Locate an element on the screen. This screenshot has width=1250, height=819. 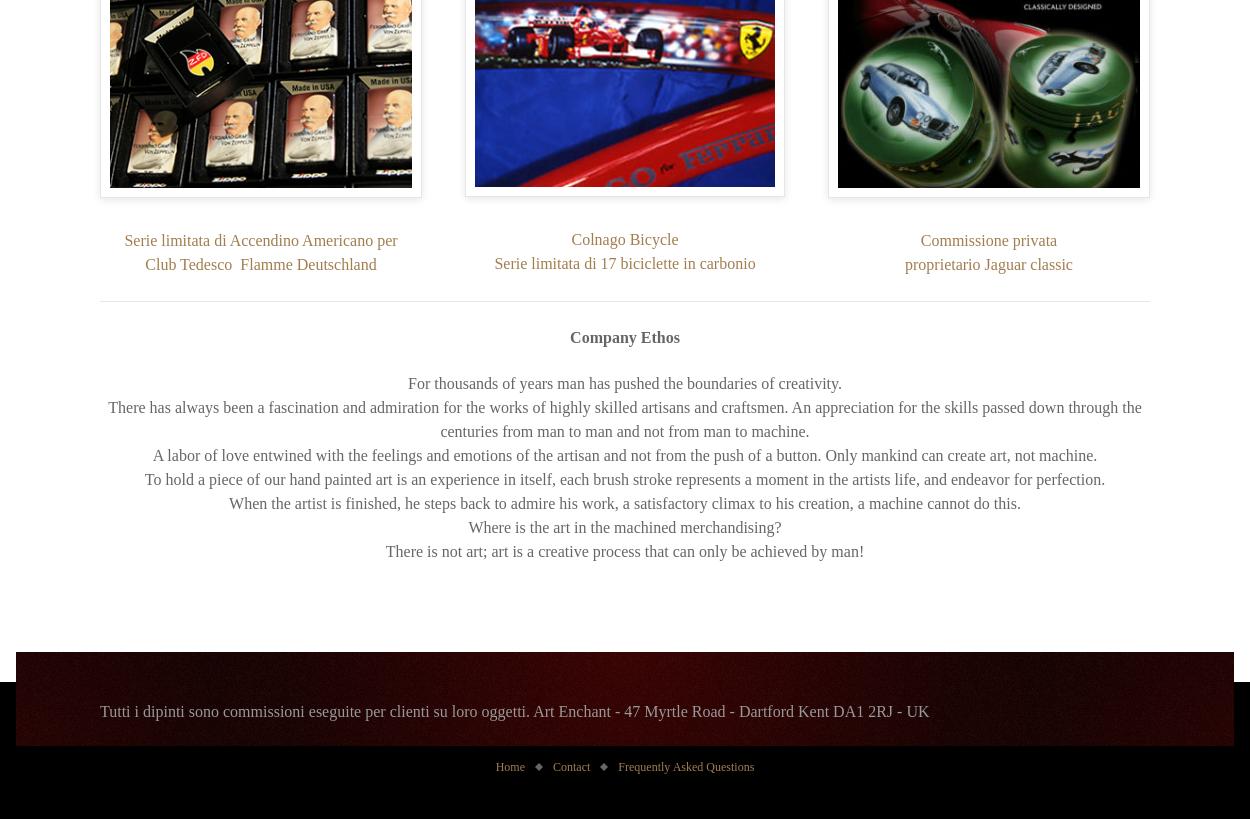
'Contact' is located at coordinates (553, 766).